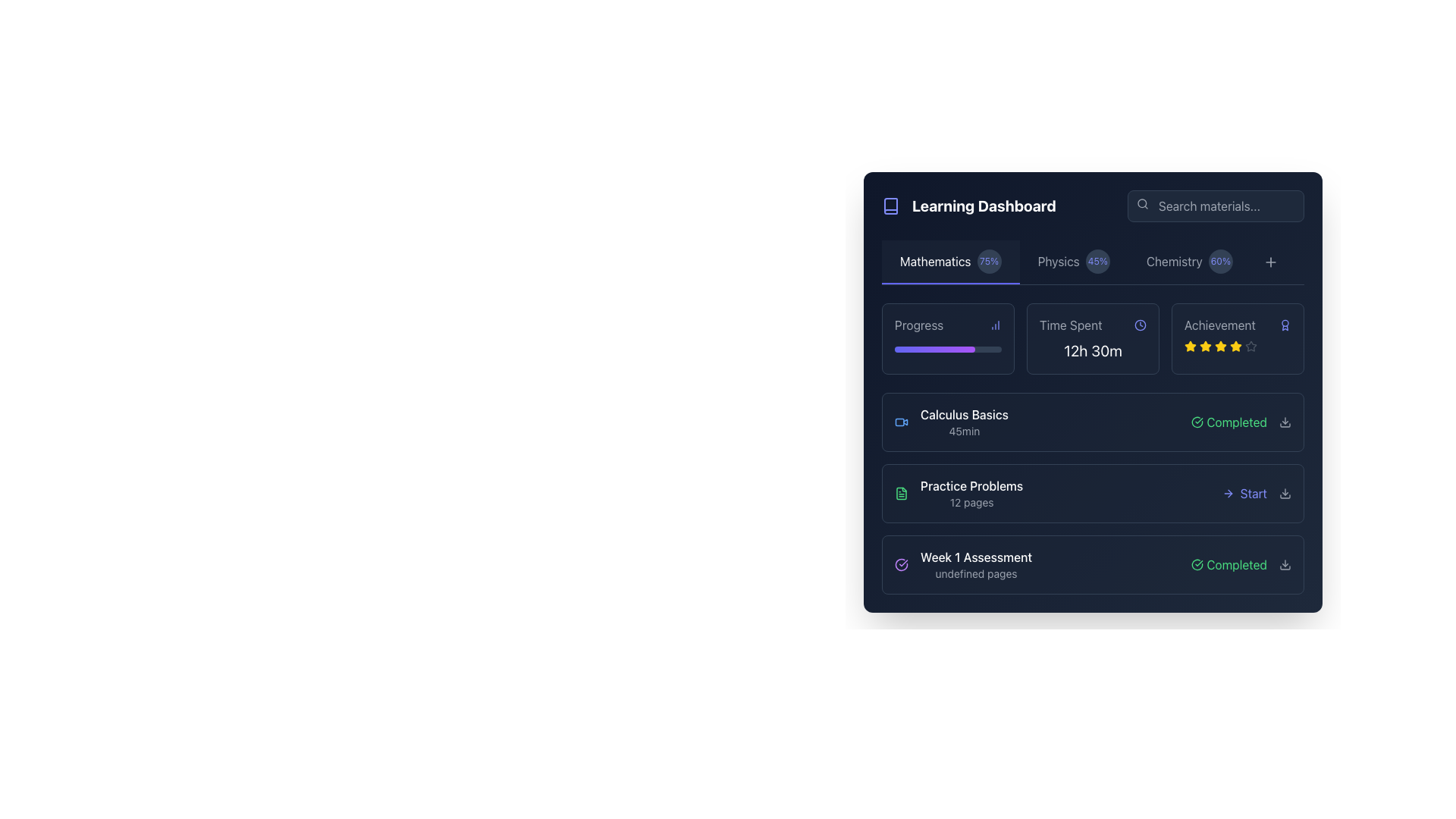 This screenshot has height=819, width=1456. Describe the element at coordinates (1073, 260) in the screenshot. I see `the composite display element indicating progress related to Physics, located in the top section of the interface between 'Mathematics' and 'Chemistry'` at that location.